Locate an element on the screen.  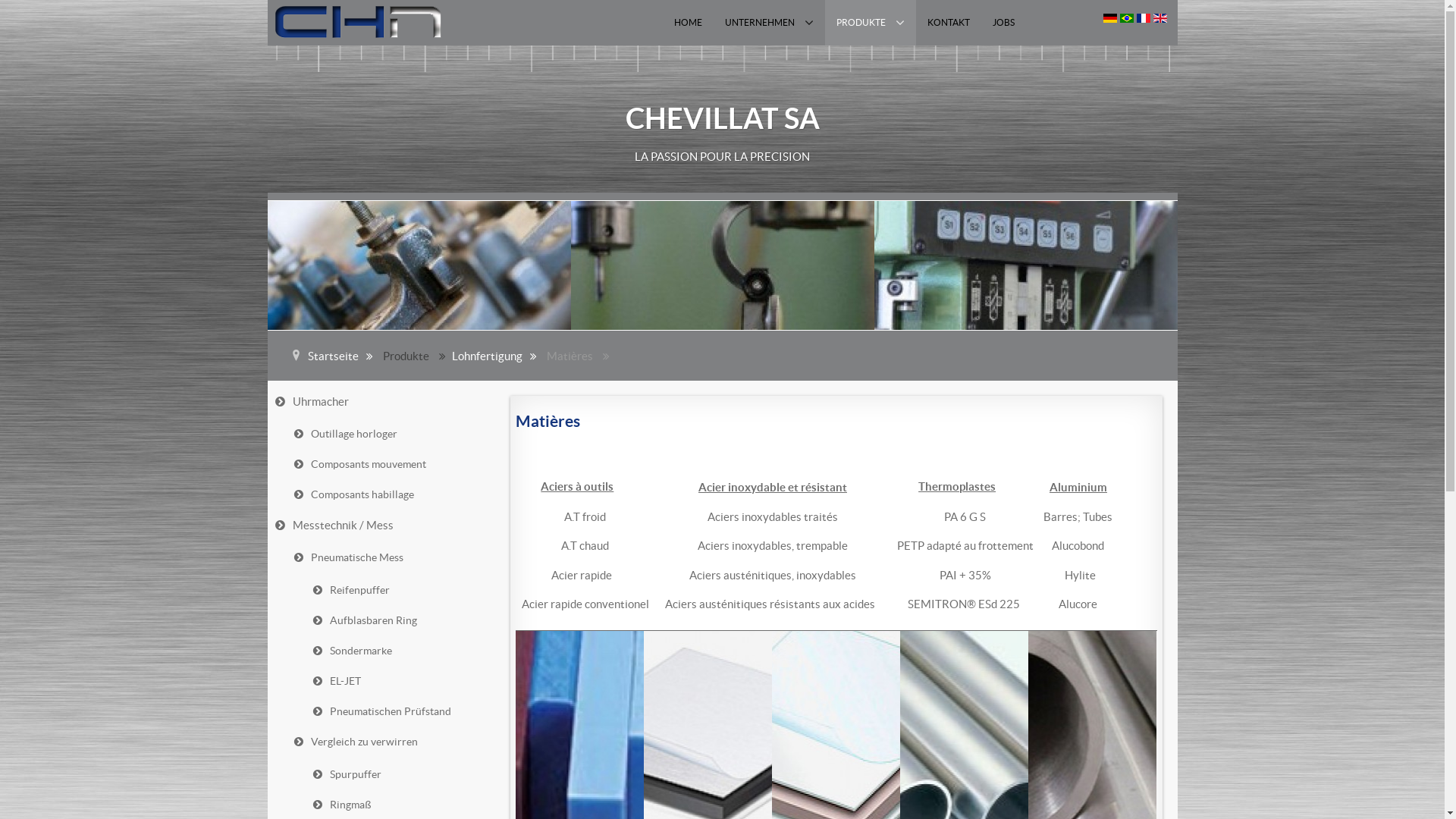
'UNTERNEHMEN' is located at coordinates (712, 23).